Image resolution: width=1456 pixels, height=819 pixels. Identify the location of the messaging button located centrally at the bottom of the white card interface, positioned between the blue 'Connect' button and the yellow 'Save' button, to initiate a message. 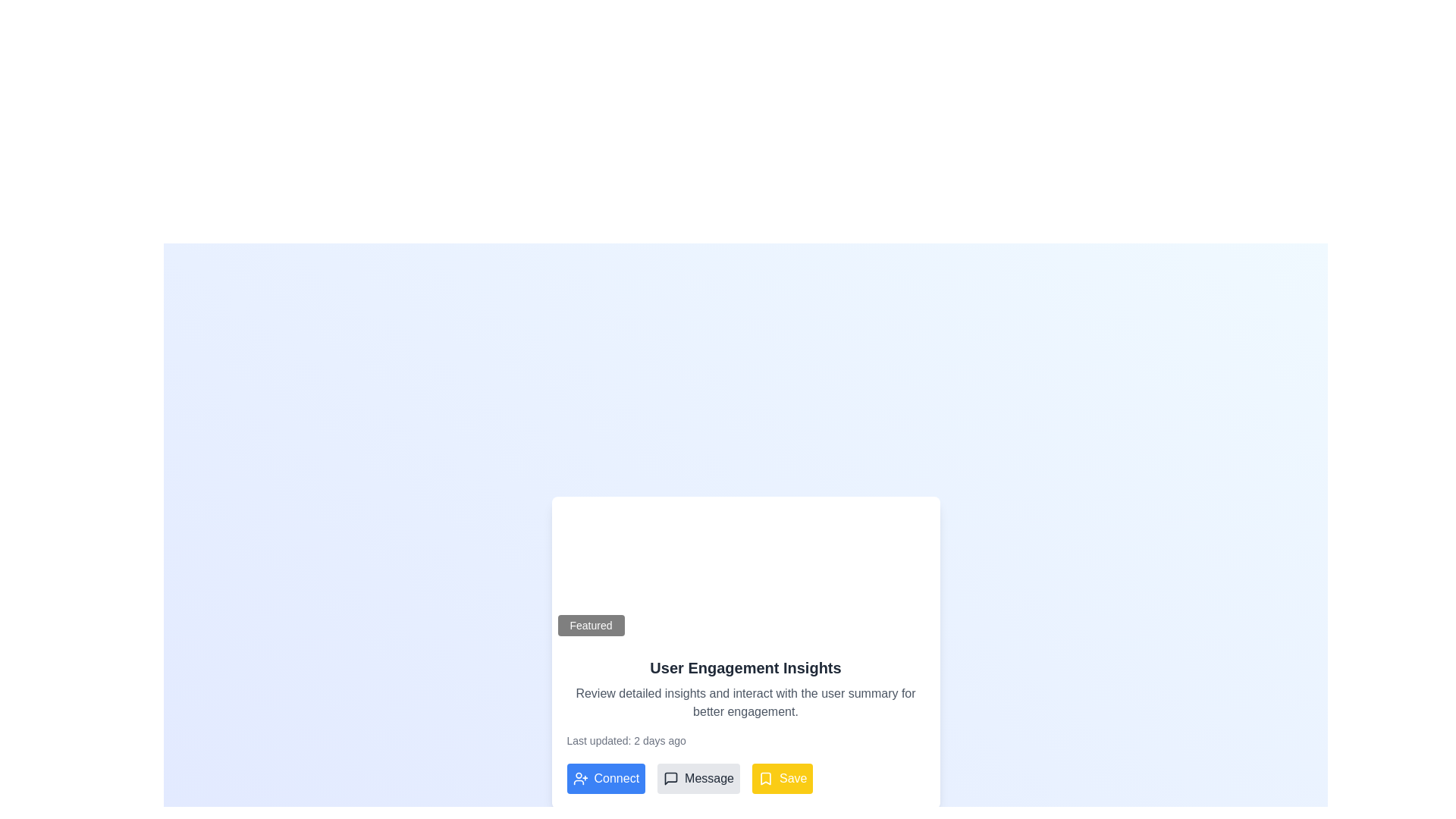
(698, 778).